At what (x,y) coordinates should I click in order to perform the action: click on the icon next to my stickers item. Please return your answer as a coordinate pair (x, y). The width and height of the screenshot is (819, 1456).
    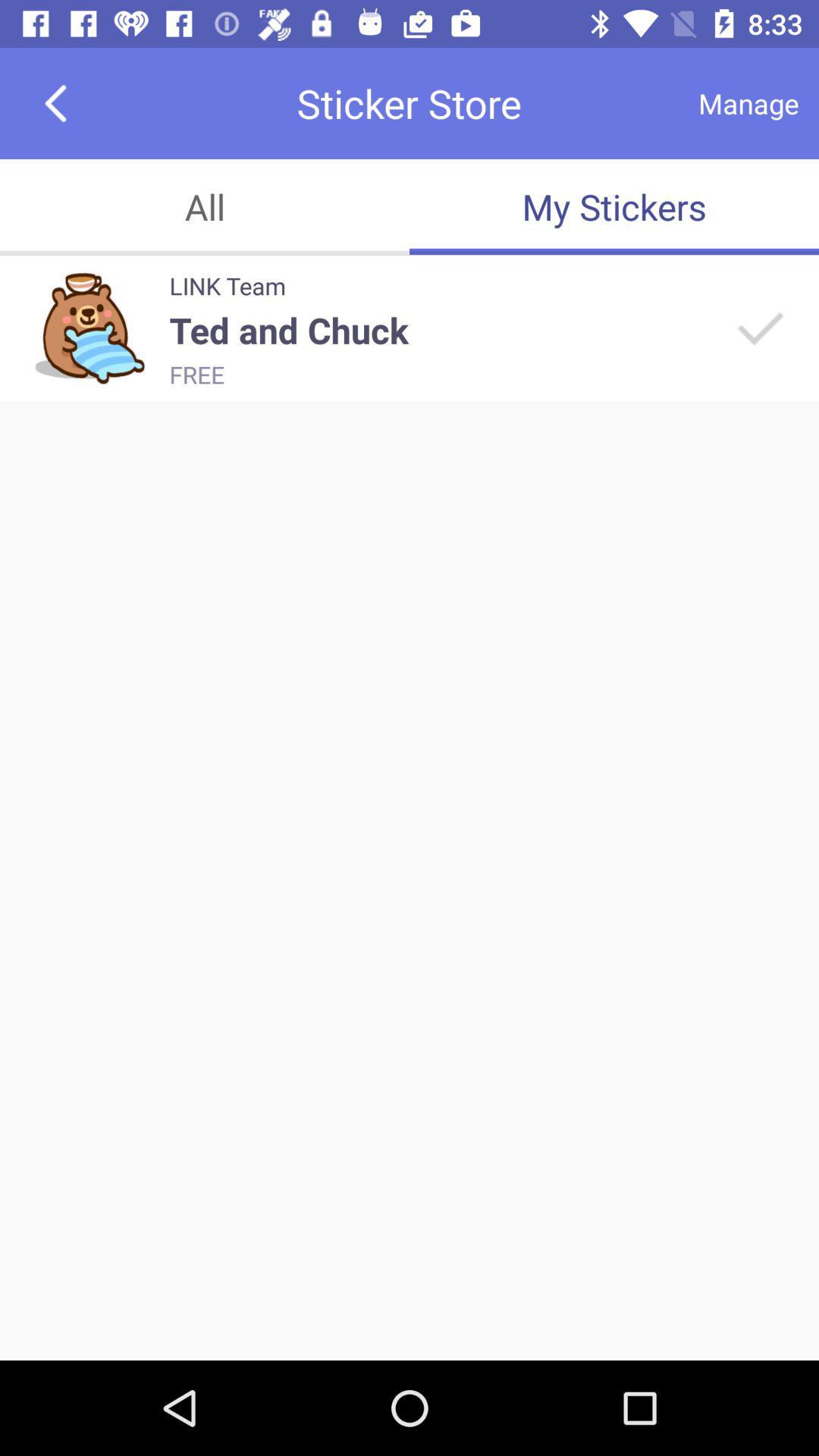
    Looking at the image, I should click on (205, 206).